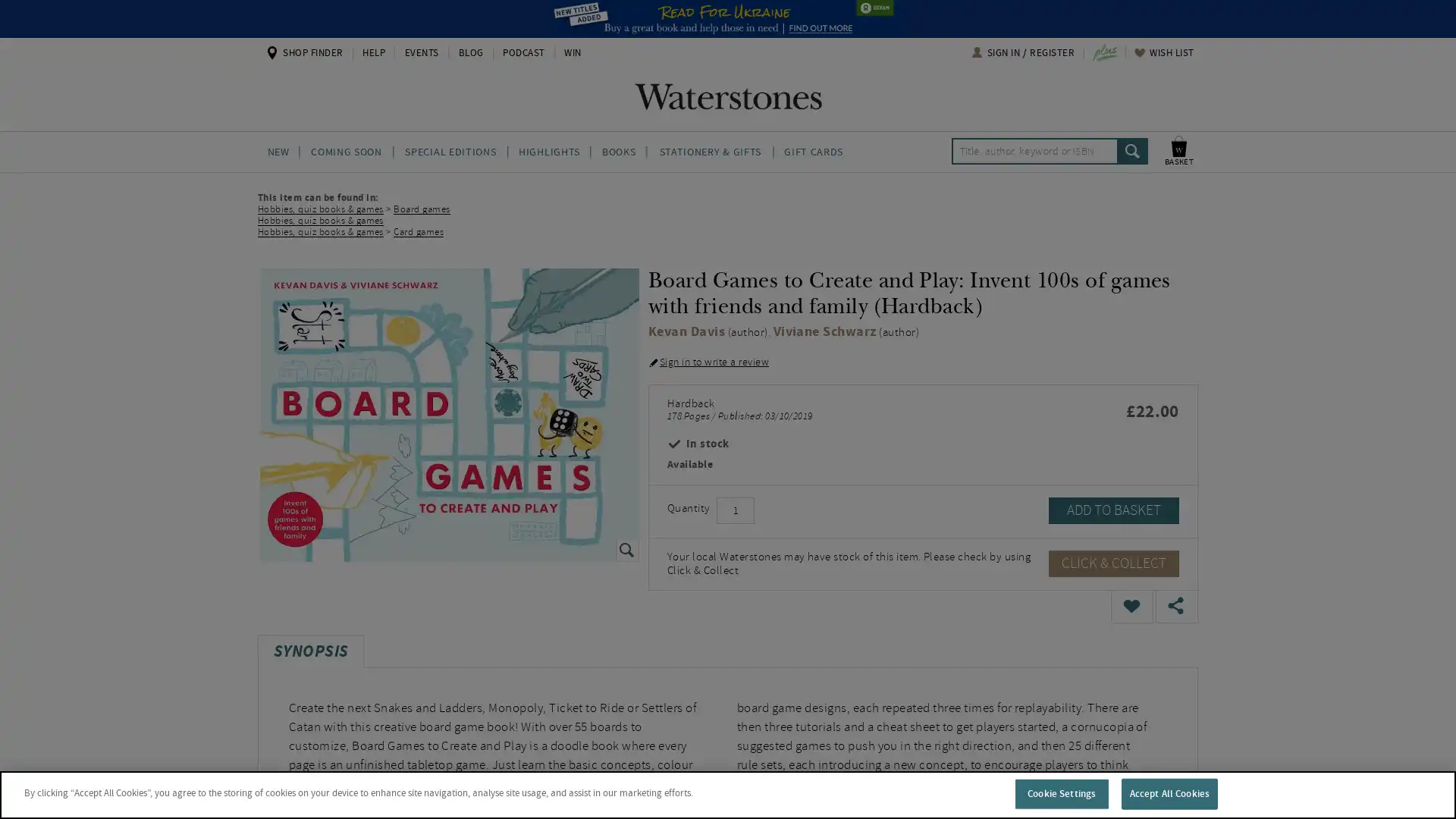 This screenshot has width=1456, height=819. I want to click on Accept All Cookies, so click(1168, 792).